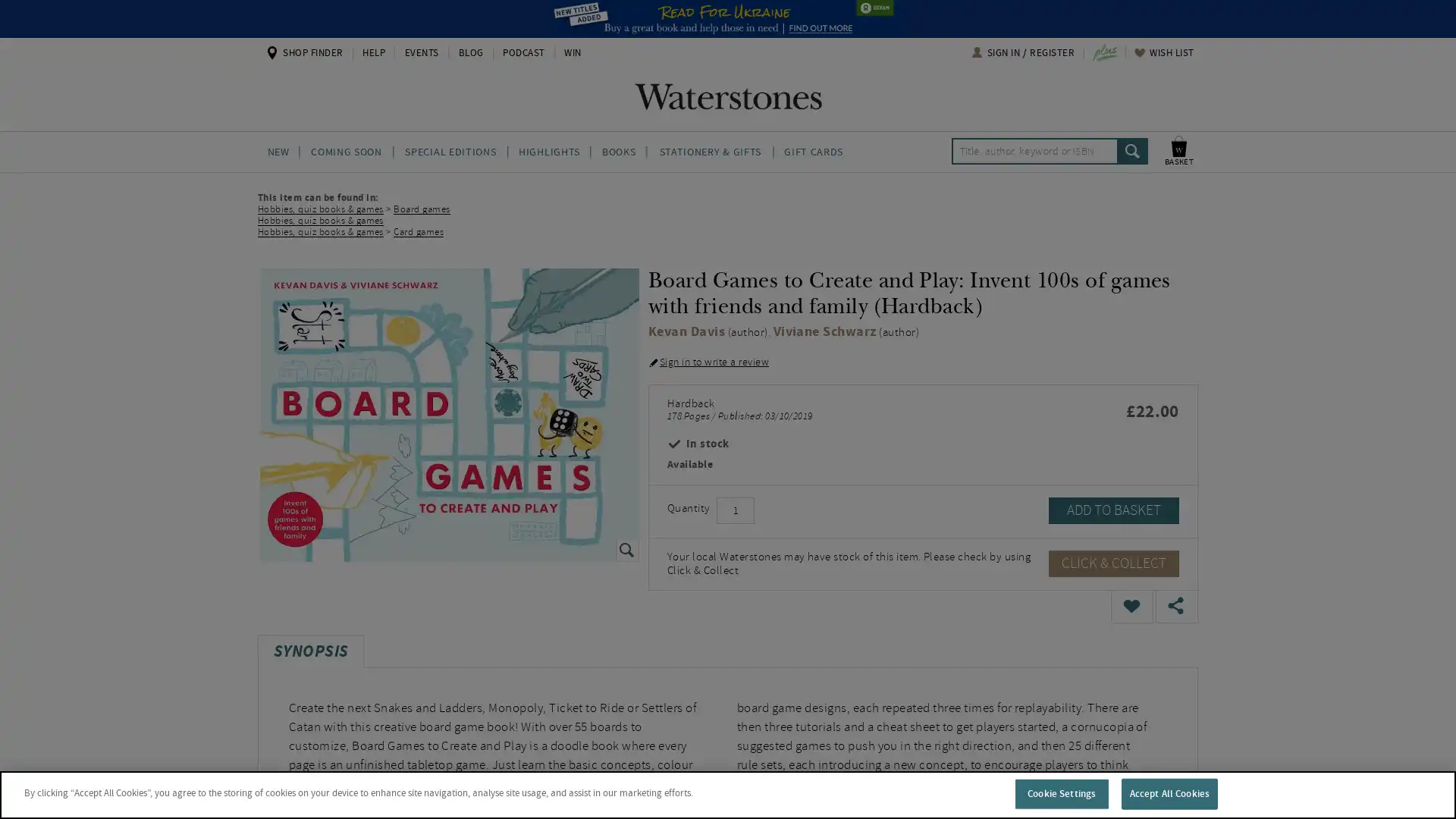 This screenshot has width=1456, height=819. I want to click on Accept All Cookies, so click(1168, 792).